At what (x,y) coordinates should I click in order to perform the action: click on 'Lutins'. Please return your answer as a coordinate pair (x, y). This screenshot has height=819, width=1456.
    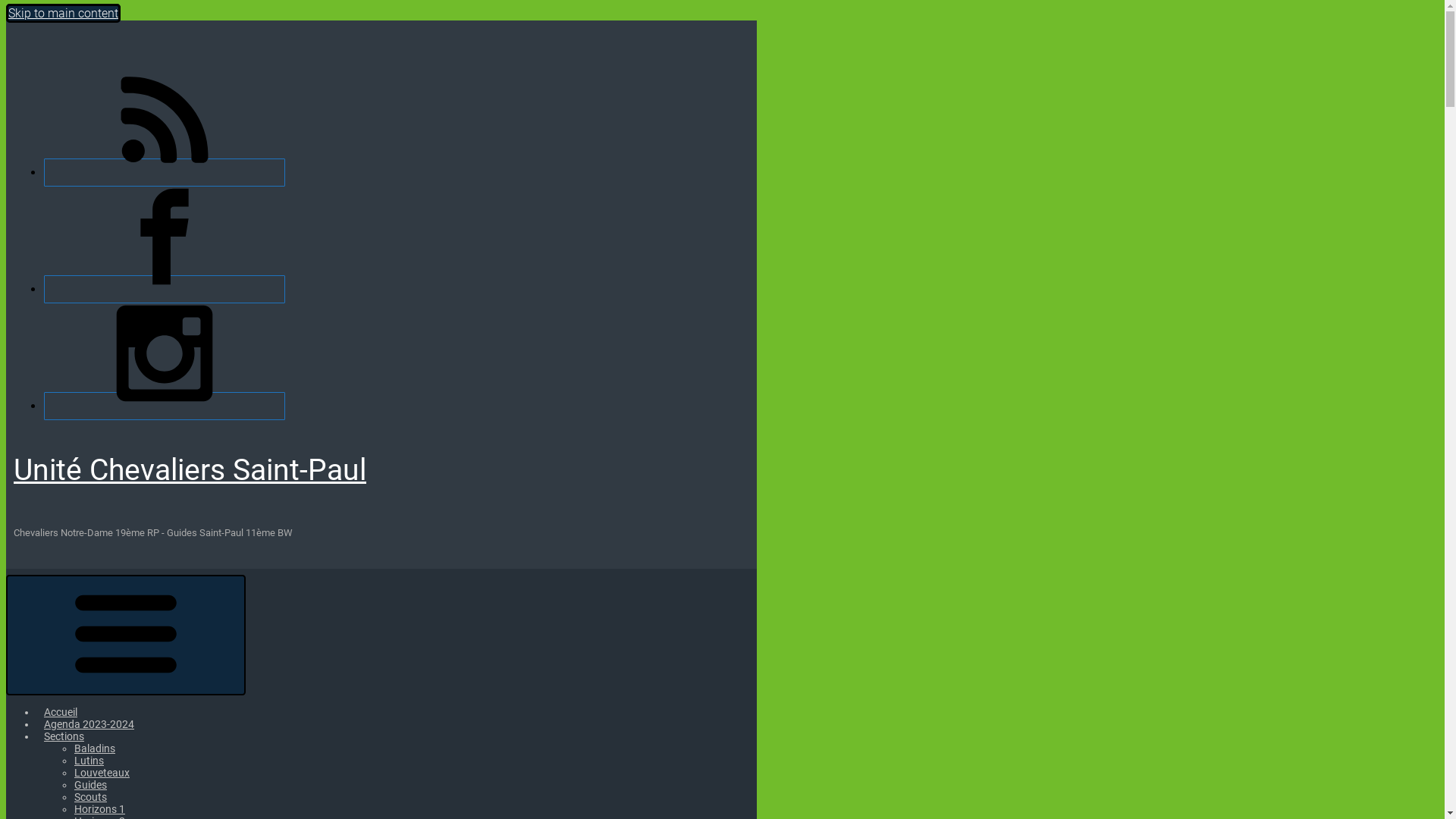
    Looking at the image, I should click on (73, 760).